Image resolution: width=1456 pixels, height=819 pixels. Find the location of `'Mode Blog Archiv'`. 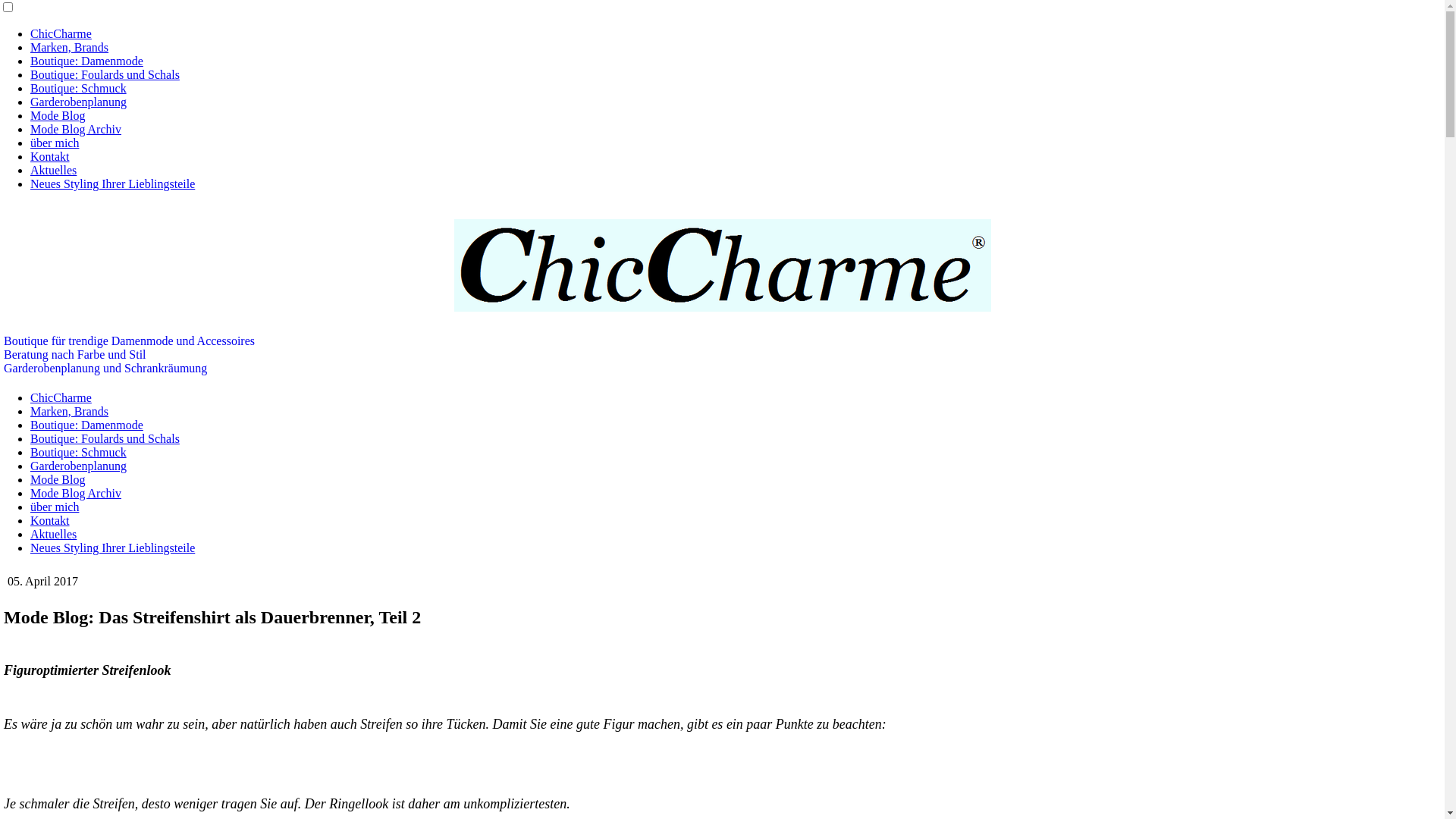

'Mode Blog Archiv' is located at coordinates (75, 128).